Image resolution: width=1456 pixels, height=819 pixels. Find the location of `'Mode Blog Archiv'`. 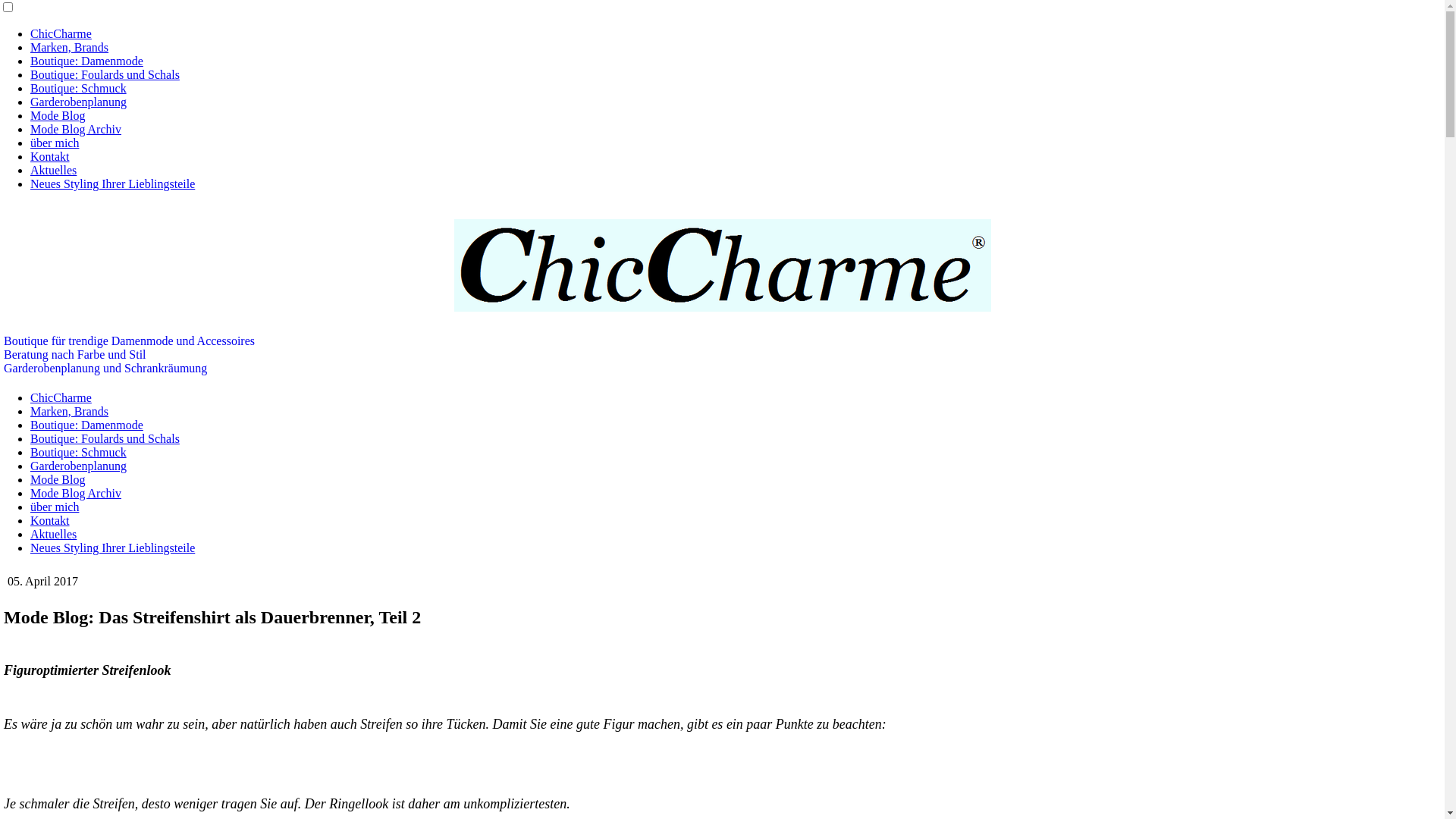

'Mode Blog Archiv' is located at coordinates (75, 128).